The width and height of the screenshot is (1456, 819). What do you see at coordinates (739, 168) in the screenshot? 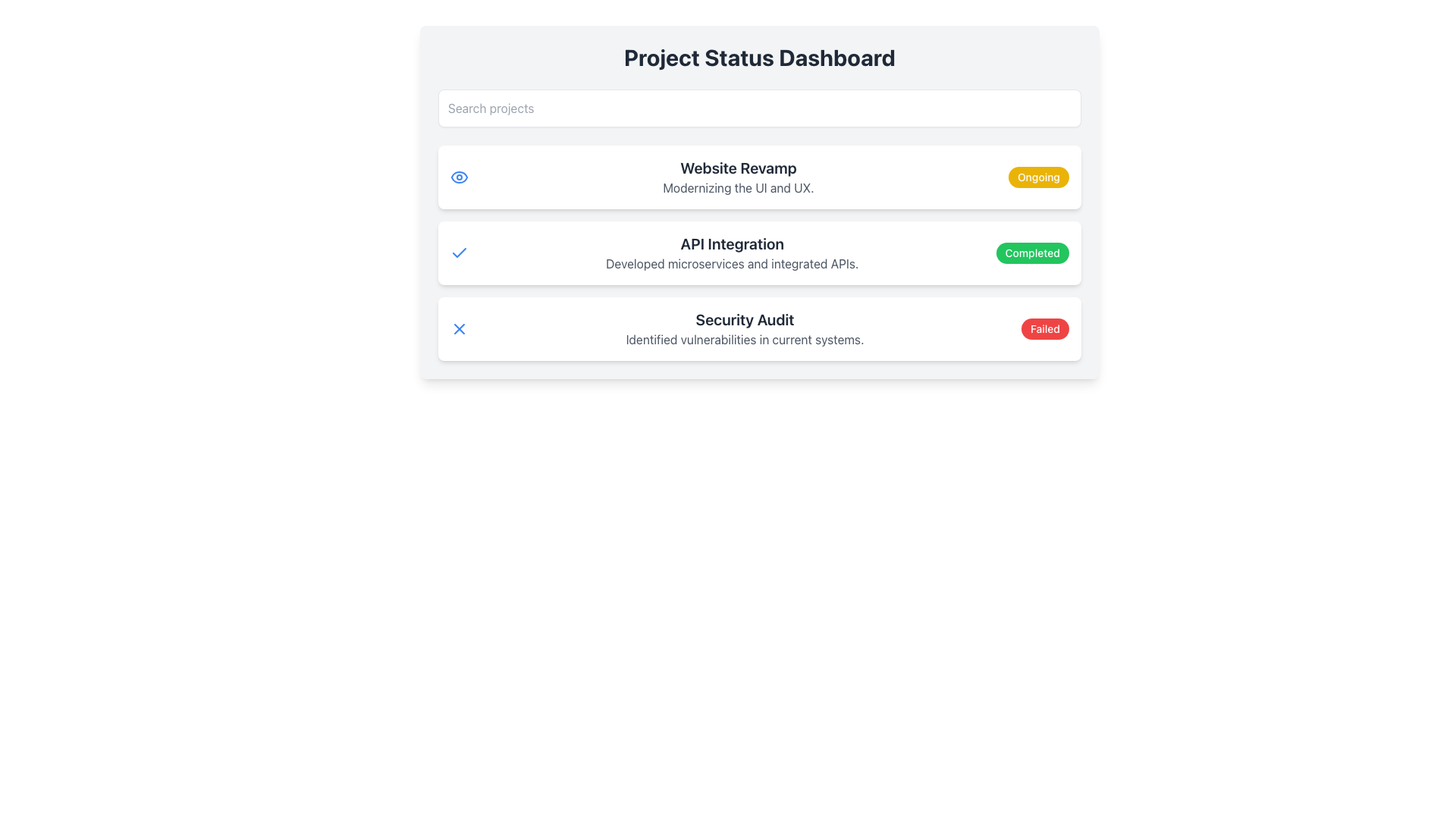
I see `the upper line of the text label that serves as the project title, located at the top-center of the interface` at bounding box center [739, 168].